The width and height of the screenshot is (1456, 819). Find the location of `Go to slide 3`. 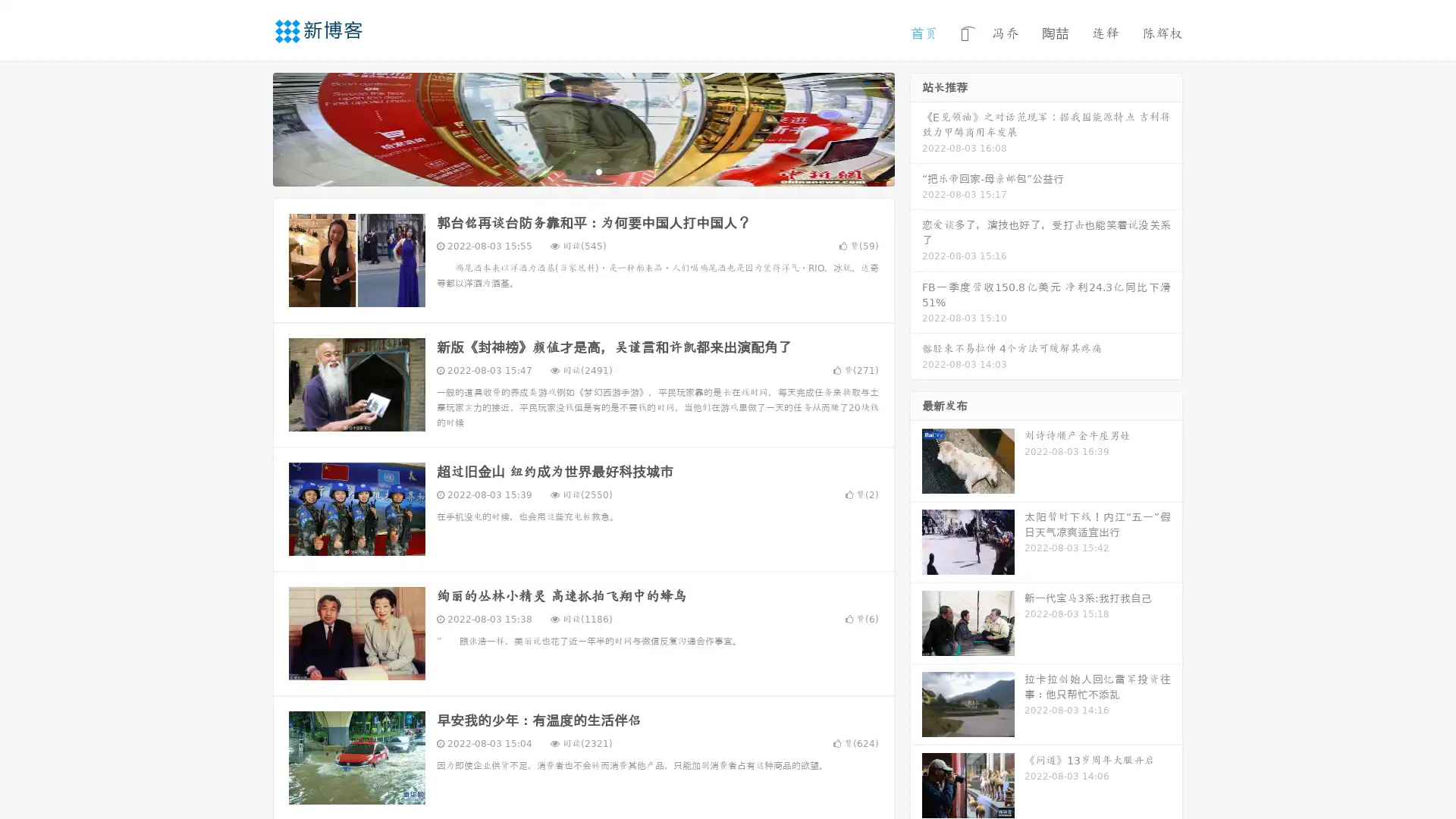

Go to slide 3 is located at coordinates (598, 171).